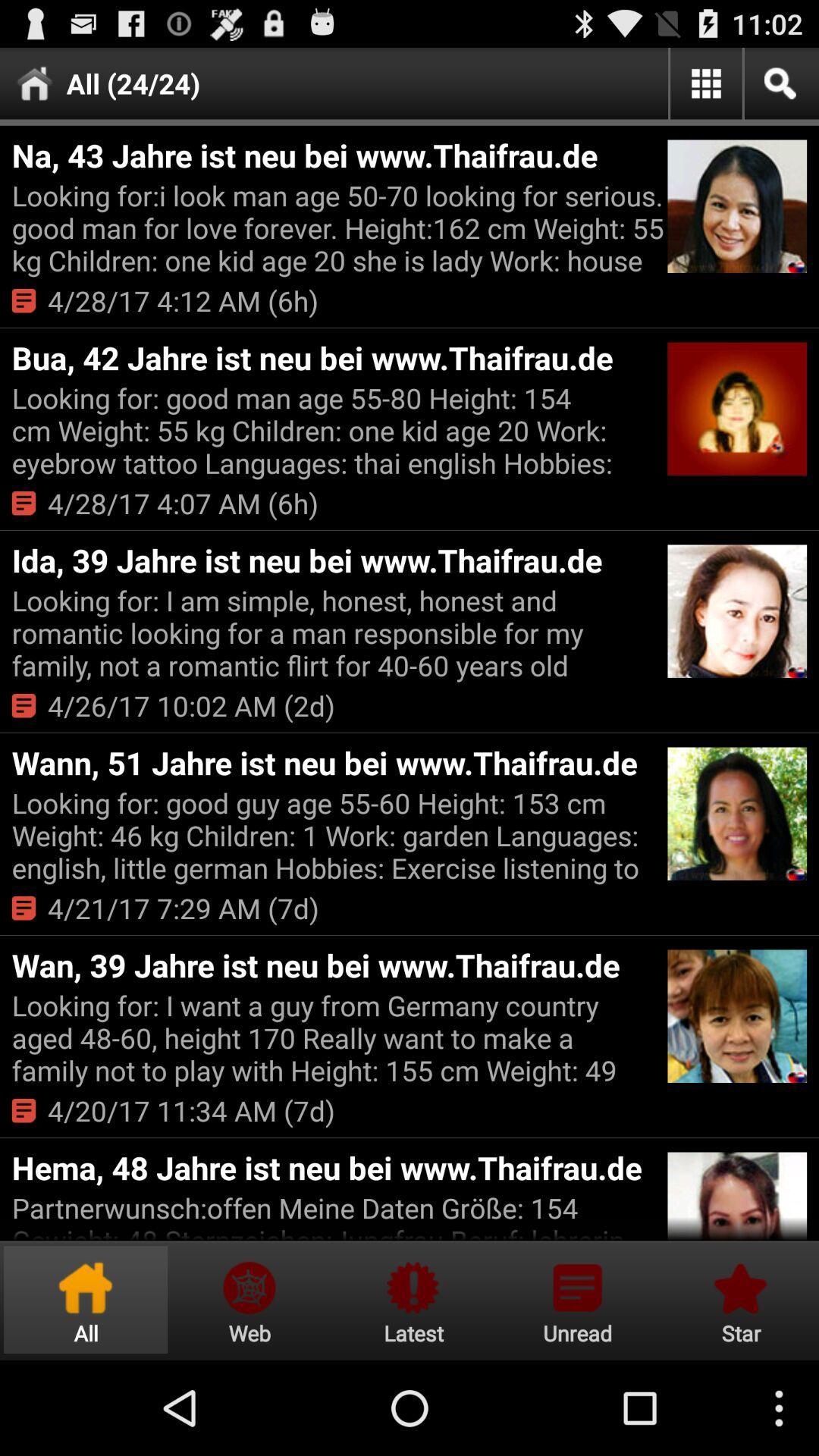 Image resolution: width=819 pixels, height=1456 pixels. Describe the element at coordinates (86, 1299) in the screenshot. I see `return to home button` at that location.